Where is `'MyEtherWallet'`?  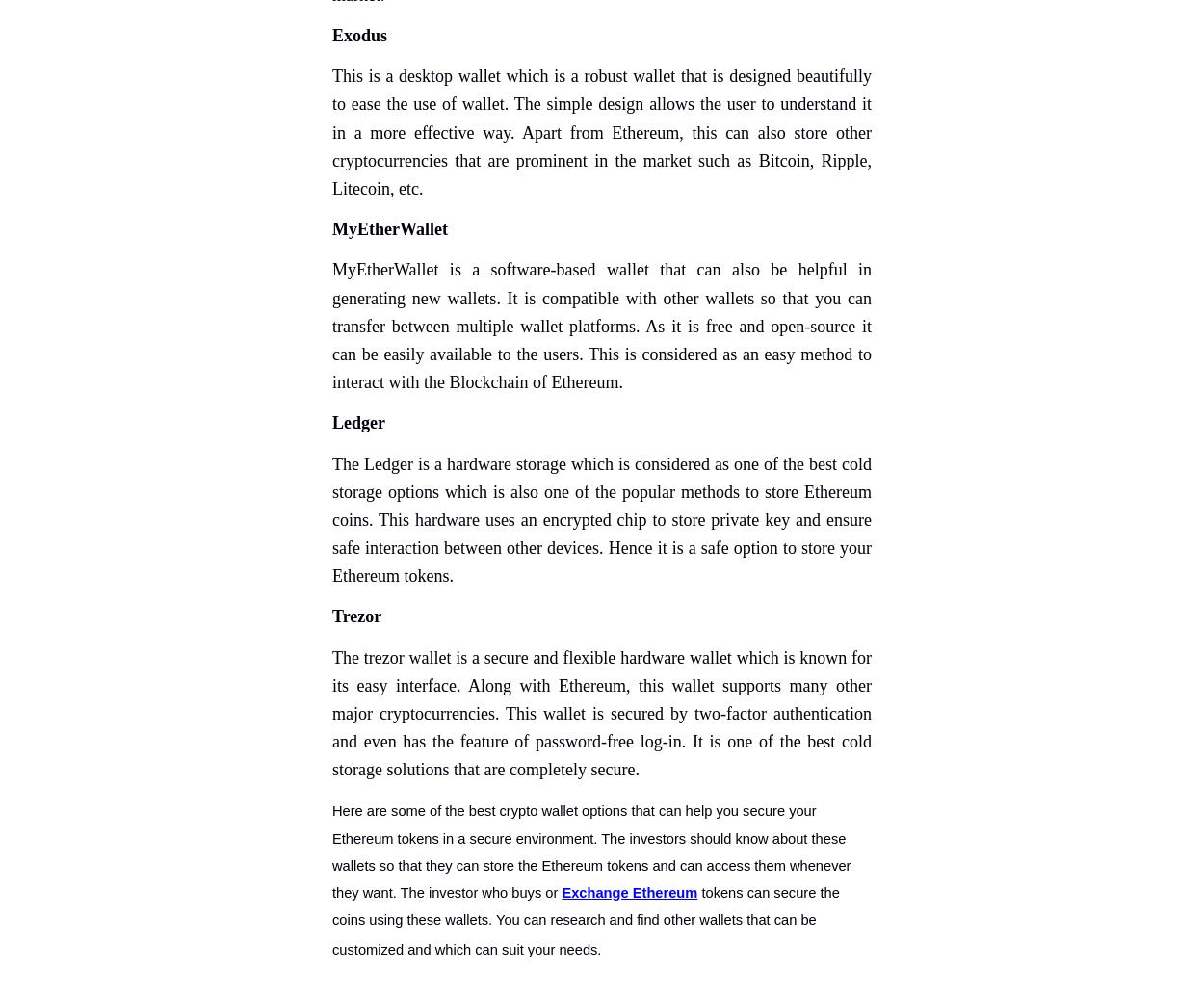
'MyEtherWallet' is located at coordinates (331, 229).